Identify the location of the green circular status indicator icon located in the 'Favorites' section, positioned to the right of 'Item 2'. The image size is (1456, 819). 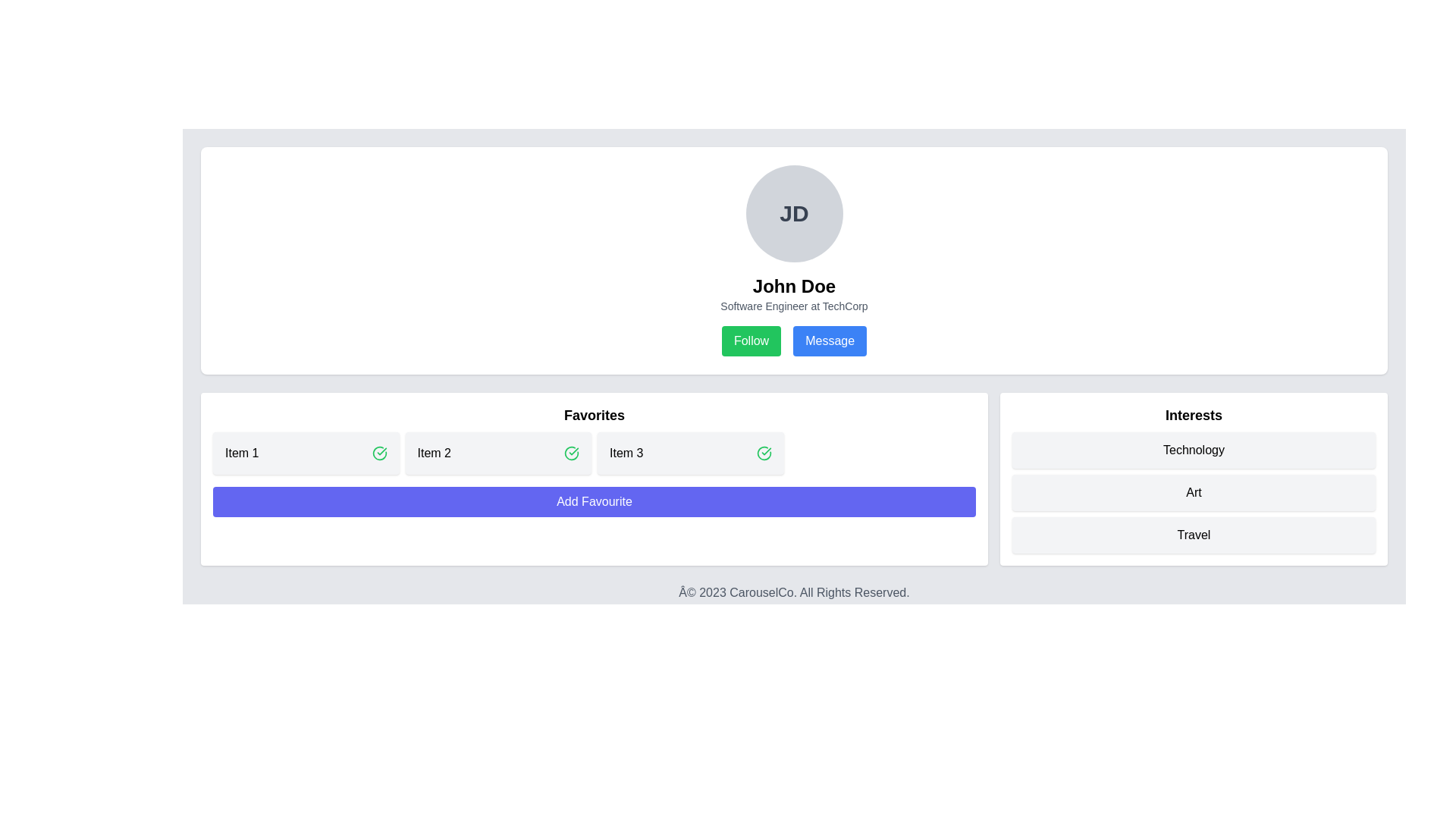
(764, 452).